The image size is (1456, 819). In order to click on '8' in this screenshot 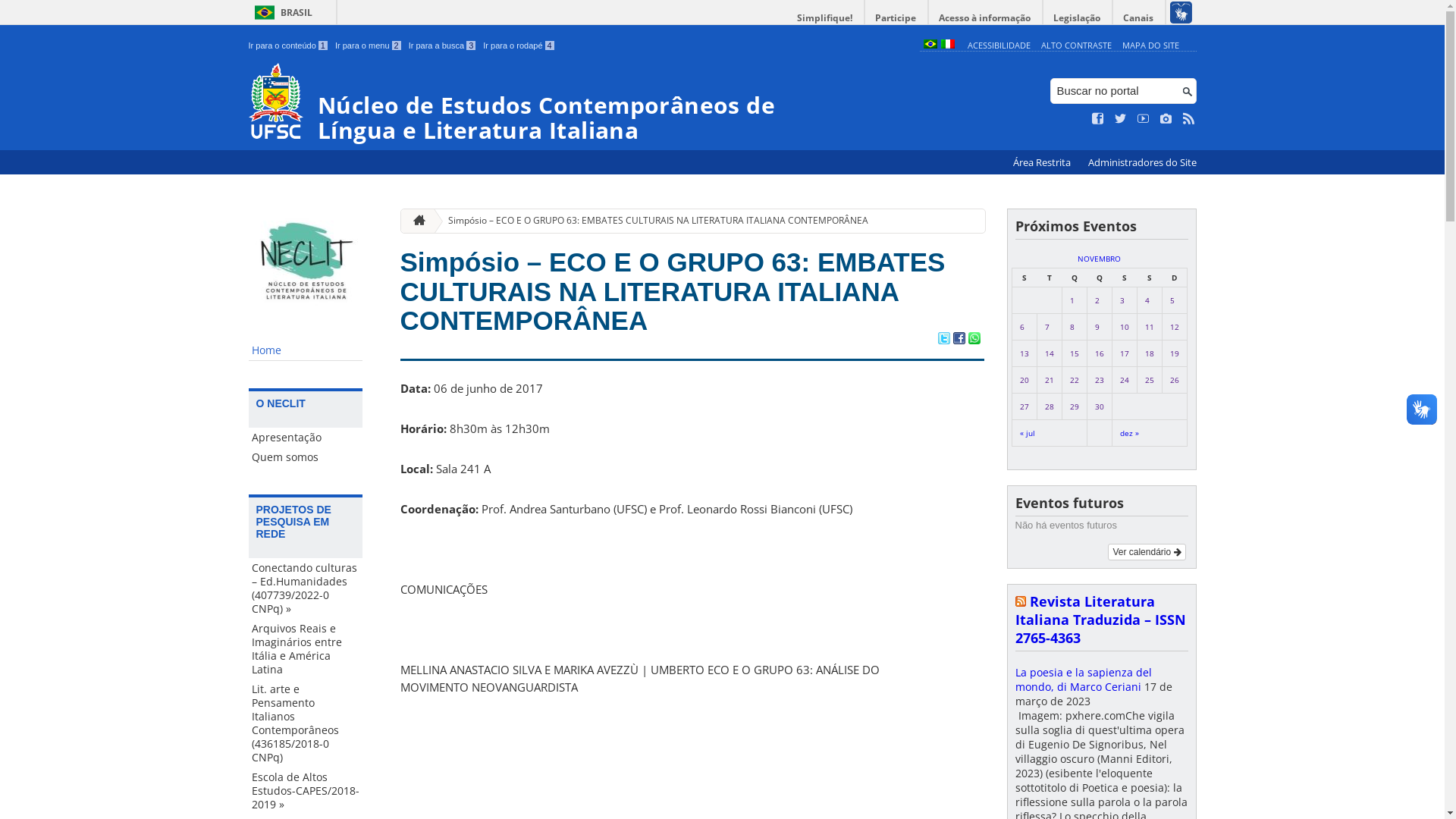, I will do `click(1070, 326)`.